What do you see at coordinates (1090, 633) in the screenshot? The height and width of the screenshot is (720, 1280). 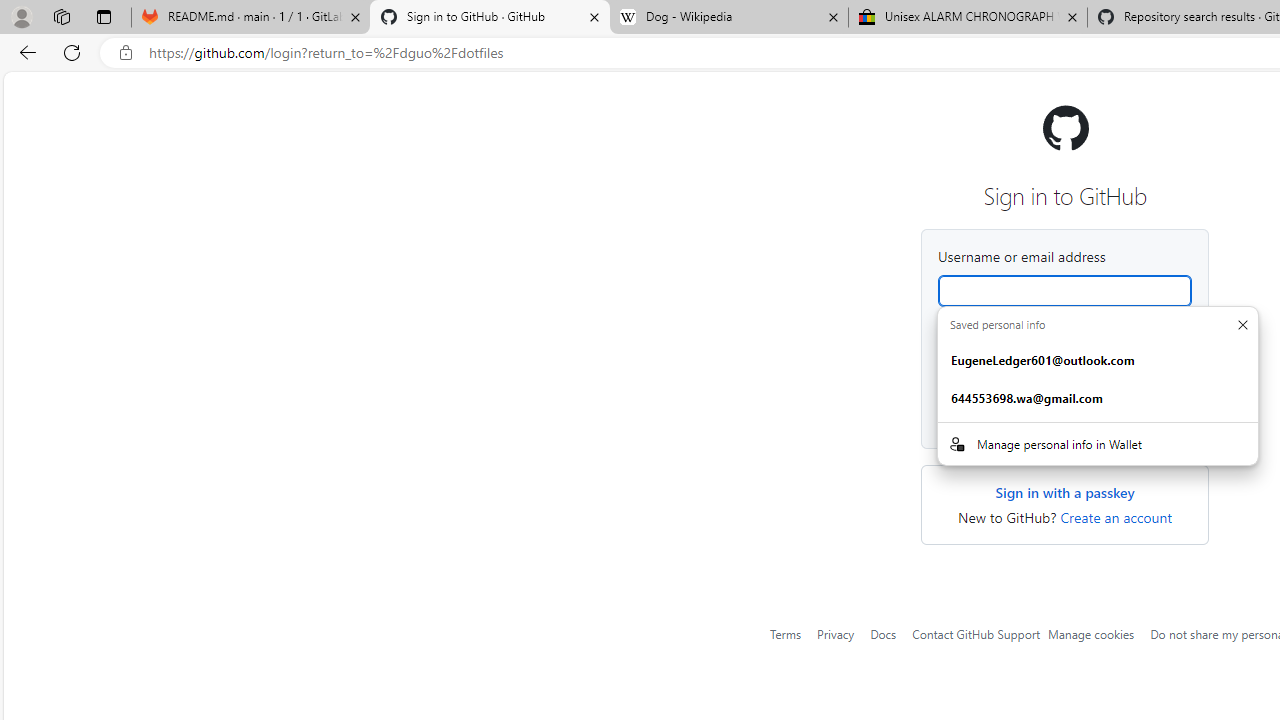 I see `'Manage cookies'` at bounding box center [1090, 633].